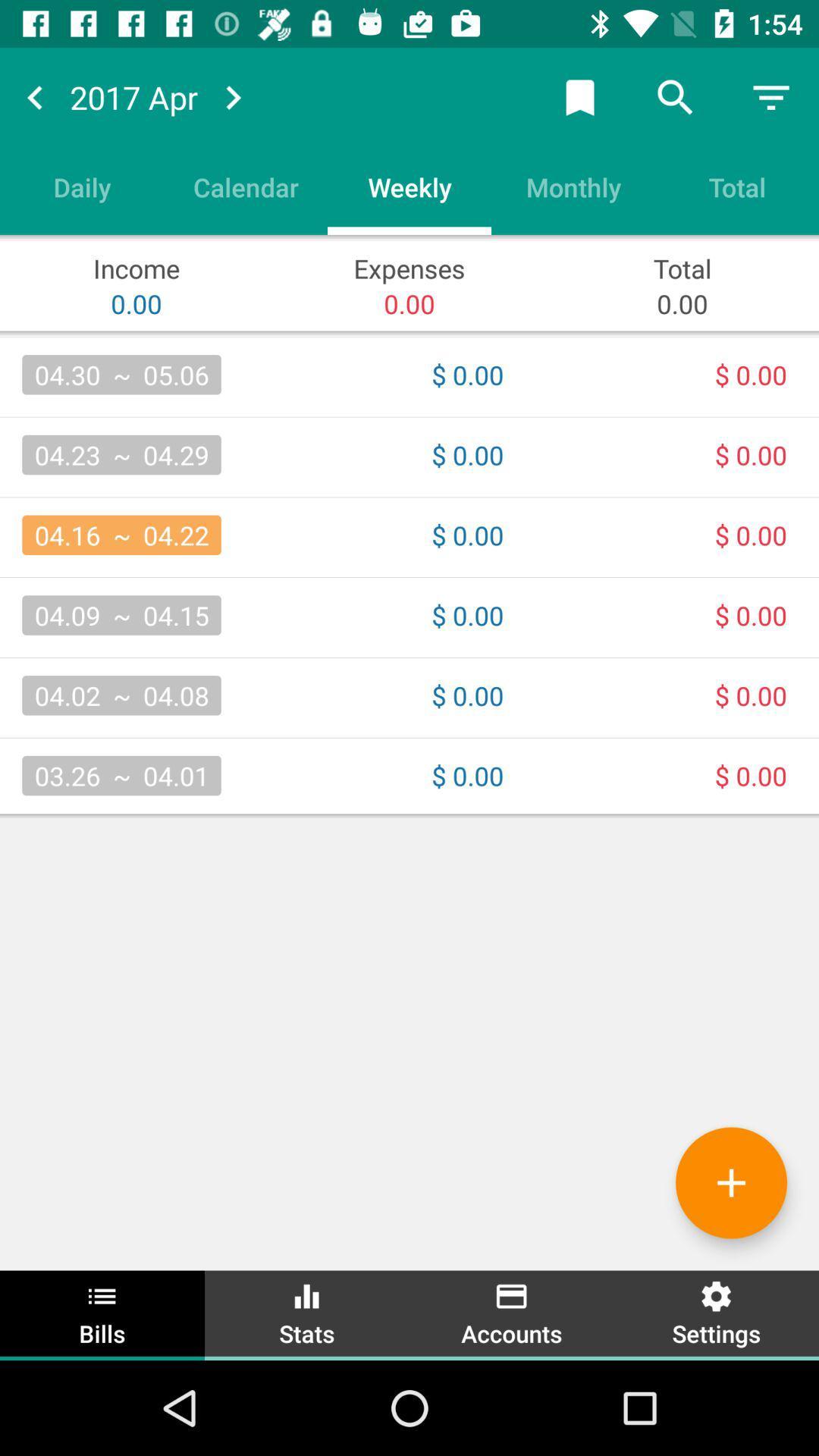 The width and height of the screenshot is (819, 1456). Describe the element at coordinates (771, 96) in the screenshot. I see `the filter_list icon` at that location.